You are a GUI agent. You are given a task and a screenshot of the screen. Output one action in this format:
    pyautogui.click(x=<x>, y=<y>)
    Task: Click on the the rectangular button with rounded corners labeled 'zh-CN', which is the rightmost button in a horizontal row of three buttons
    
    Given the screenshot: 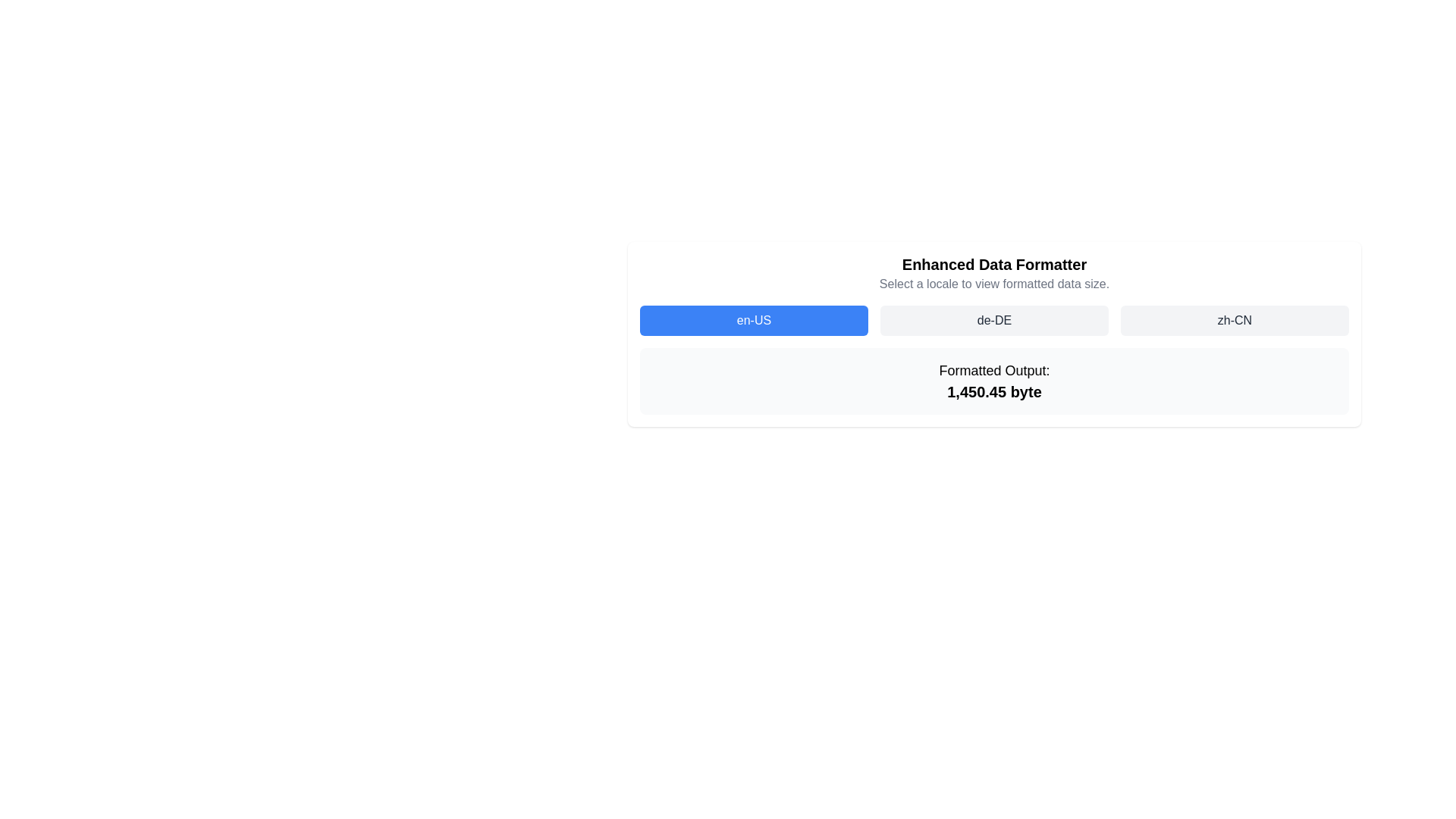 What is the action you would take?
    pyautogui.click(x=1235, y=320)
    